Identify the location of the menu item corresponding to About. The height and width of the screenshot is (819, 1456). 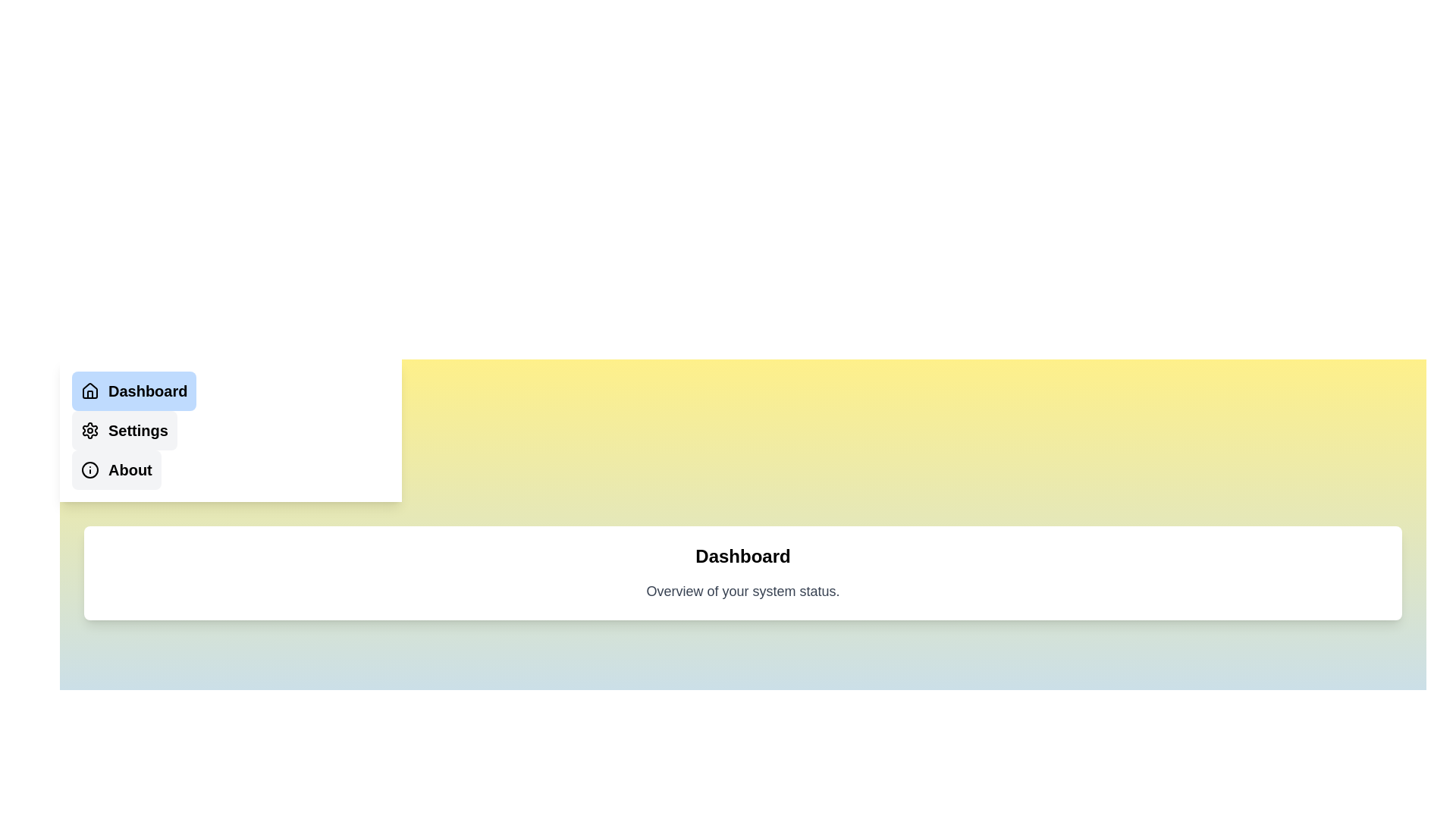
(115, 469).